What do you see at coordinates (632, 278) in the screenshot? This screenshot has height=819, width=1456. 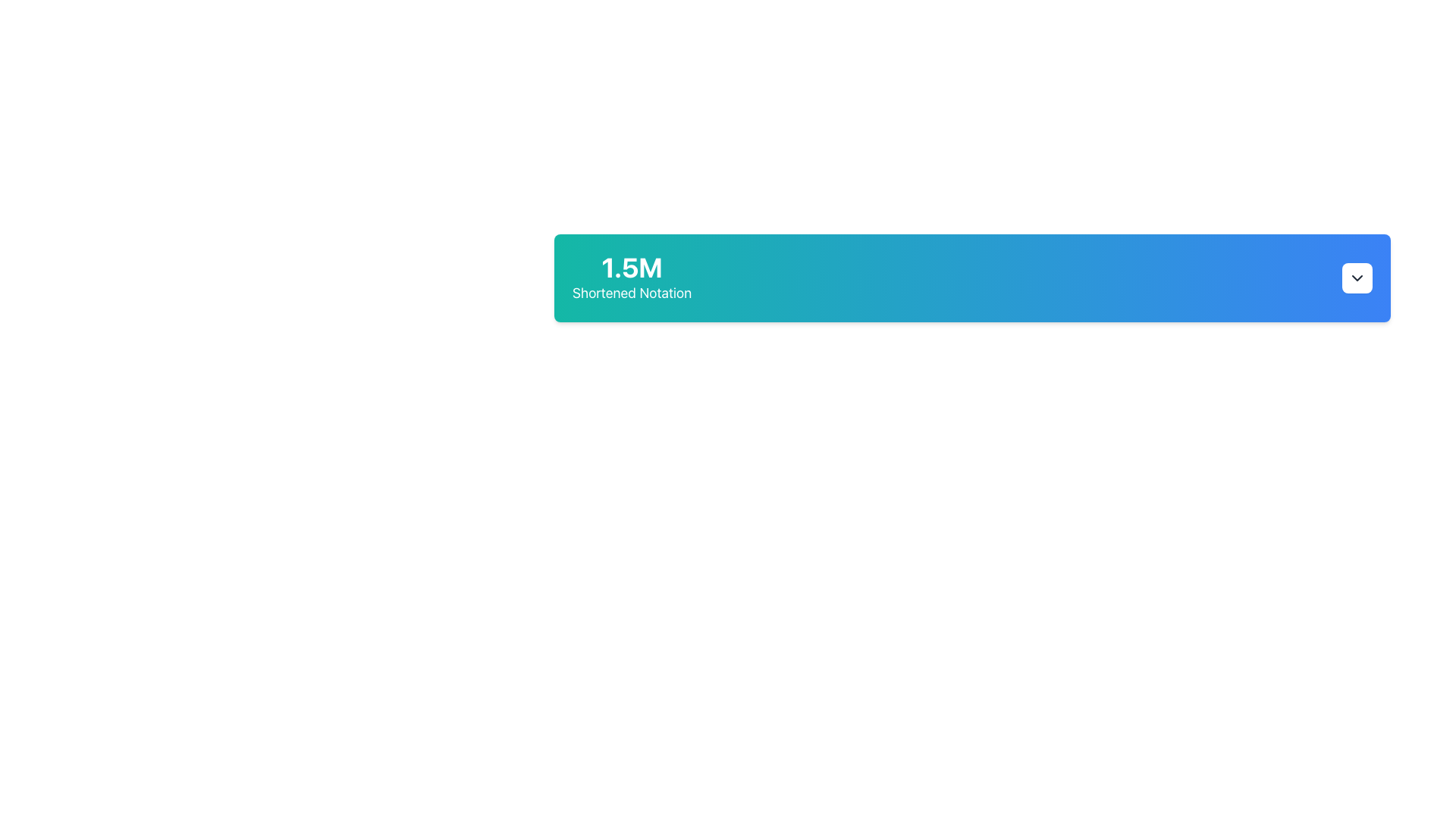 I see `the Text Display with Label that presents a numeric value and includes a descriptive label, located in the upper-left section of the interface` at bounding box center [632, 278].